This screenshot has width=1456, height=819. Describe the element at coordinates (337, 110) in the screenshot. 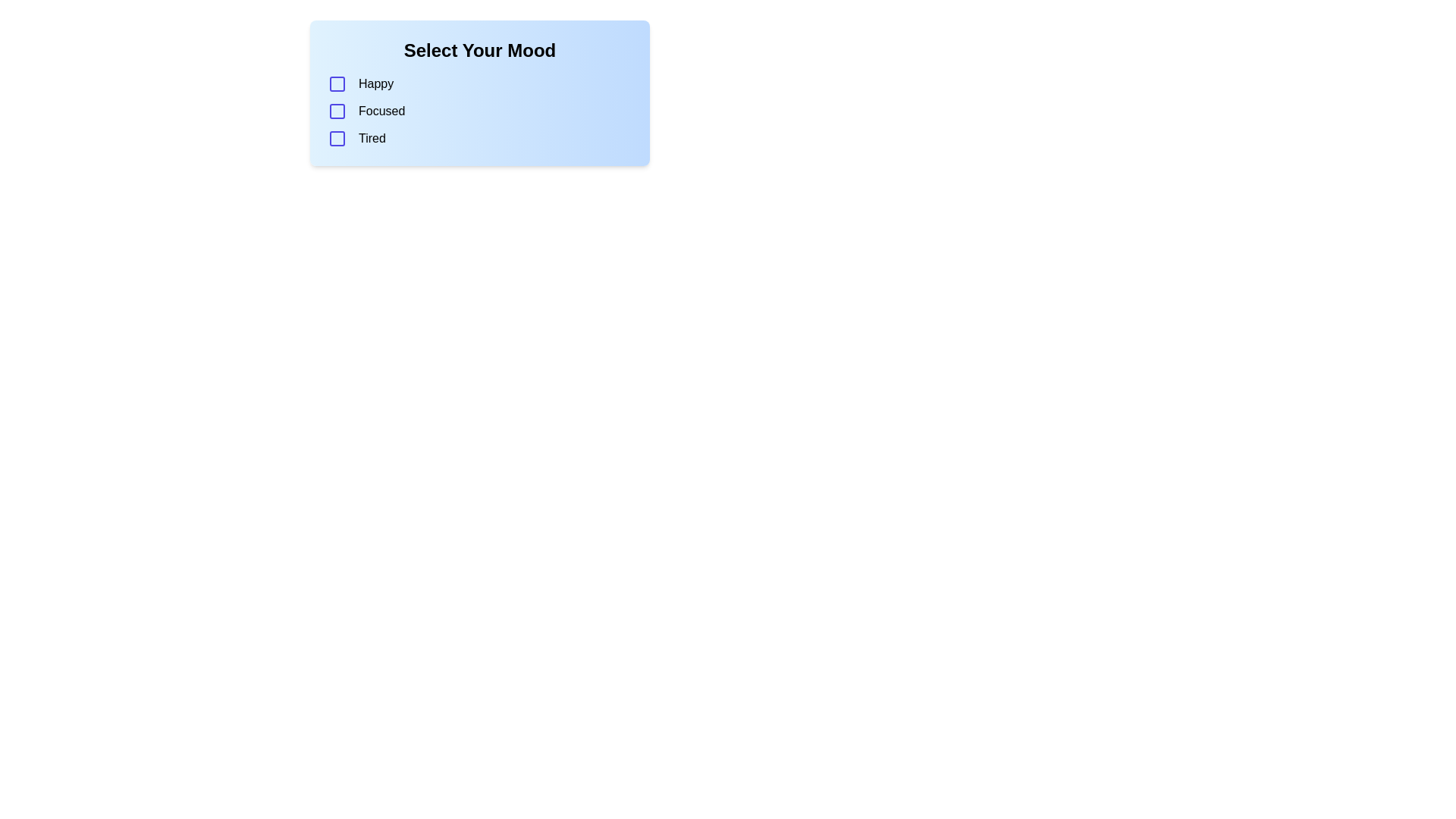

I see `the checkbox labeled 'Focused', which is part of a group of three checkboxes under the heading 'Select Your Mood'` at that location.